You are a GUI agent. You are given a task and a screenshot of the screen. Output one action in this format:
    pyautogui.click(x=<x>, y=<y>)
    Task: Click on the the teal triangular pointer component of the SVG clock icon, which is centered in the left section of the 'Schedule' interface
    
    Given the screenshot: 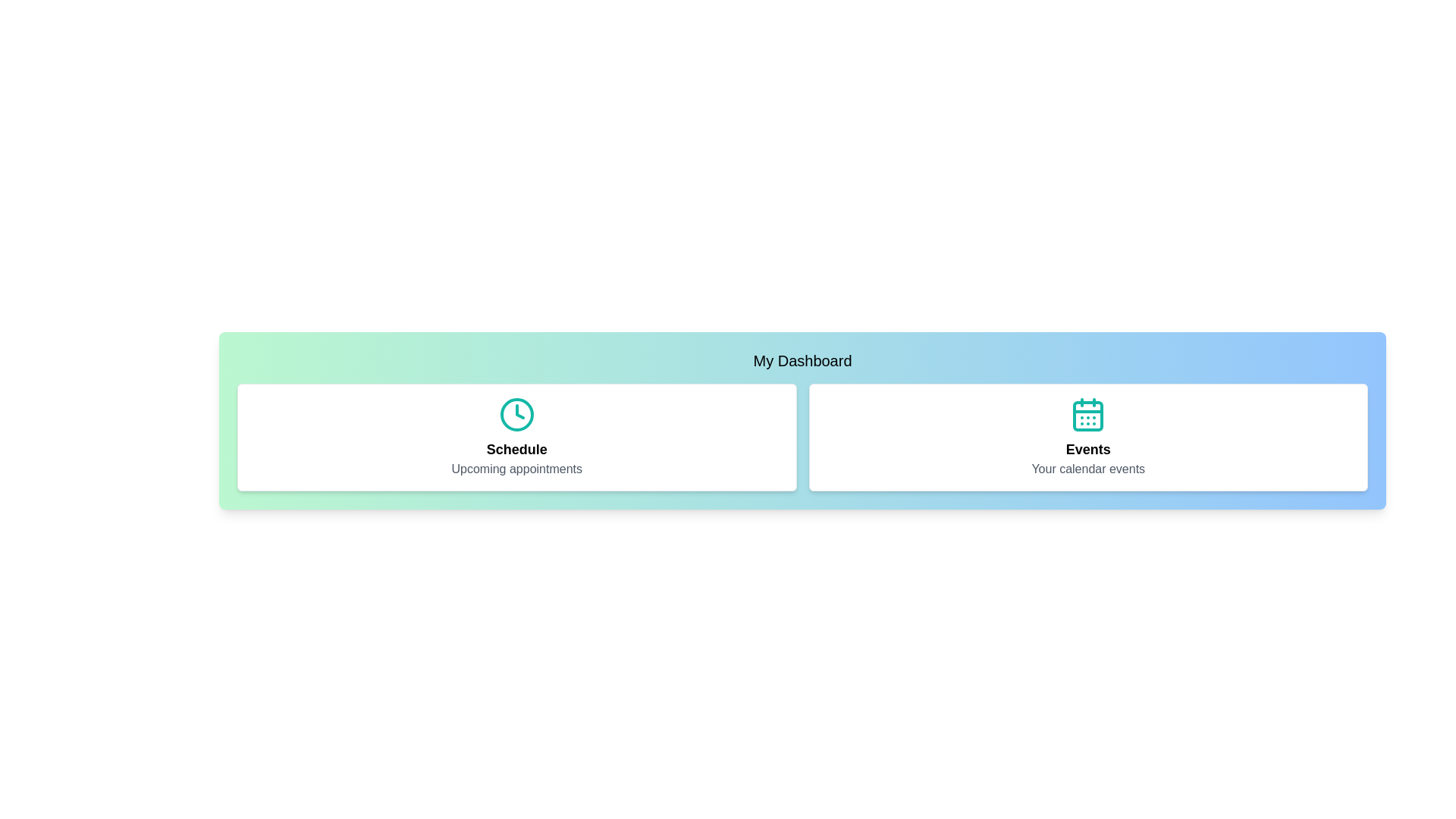 What is the action you would take?
    pyautogui.click(x=519, y=412)
    